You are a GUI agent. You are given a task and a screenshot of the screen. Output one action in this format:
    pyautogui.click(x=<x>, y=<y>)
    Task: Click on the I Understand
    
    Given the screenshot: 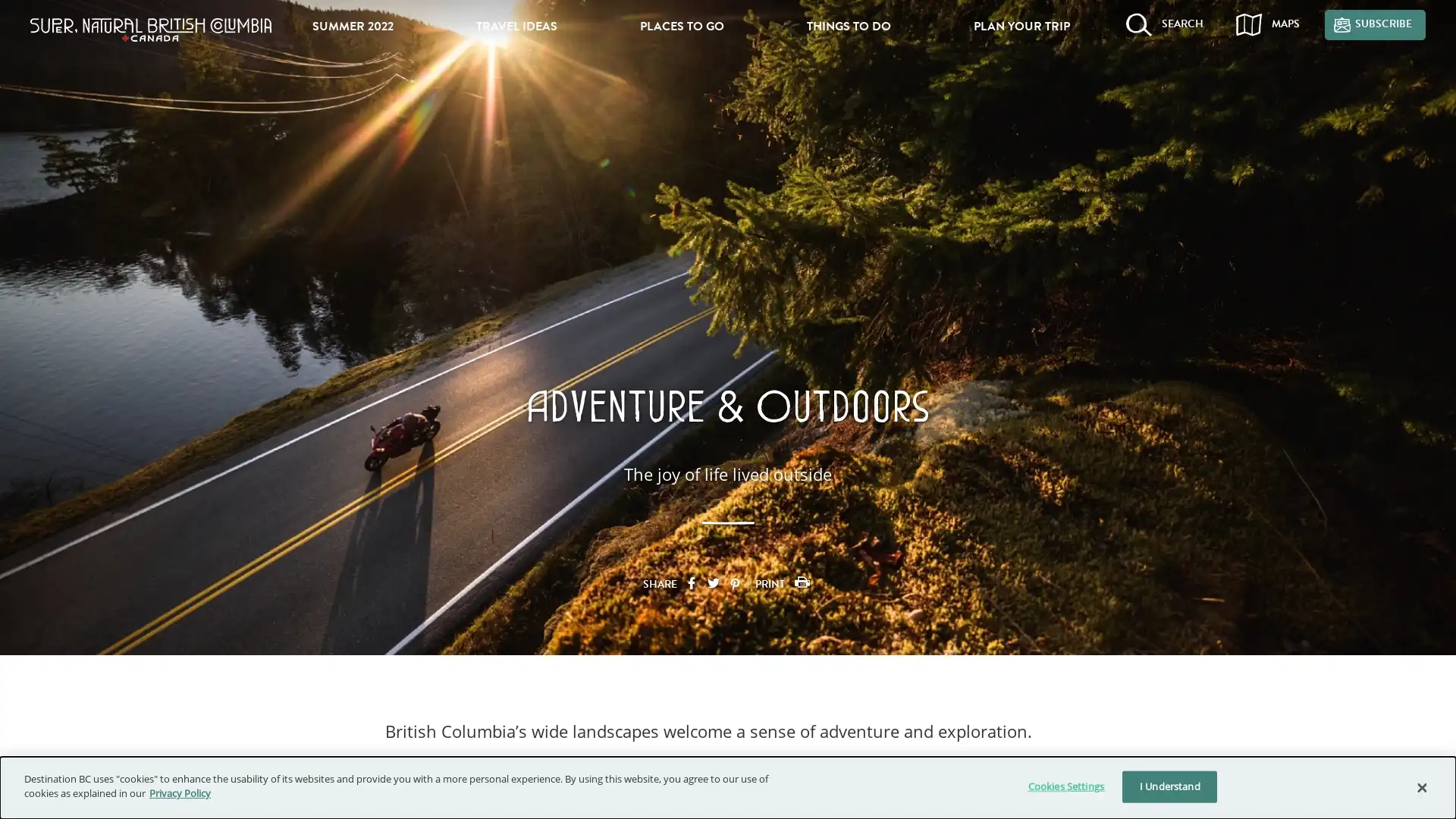 What is the action you would take?
    pyautogui.click(x=1169, y=786)
    